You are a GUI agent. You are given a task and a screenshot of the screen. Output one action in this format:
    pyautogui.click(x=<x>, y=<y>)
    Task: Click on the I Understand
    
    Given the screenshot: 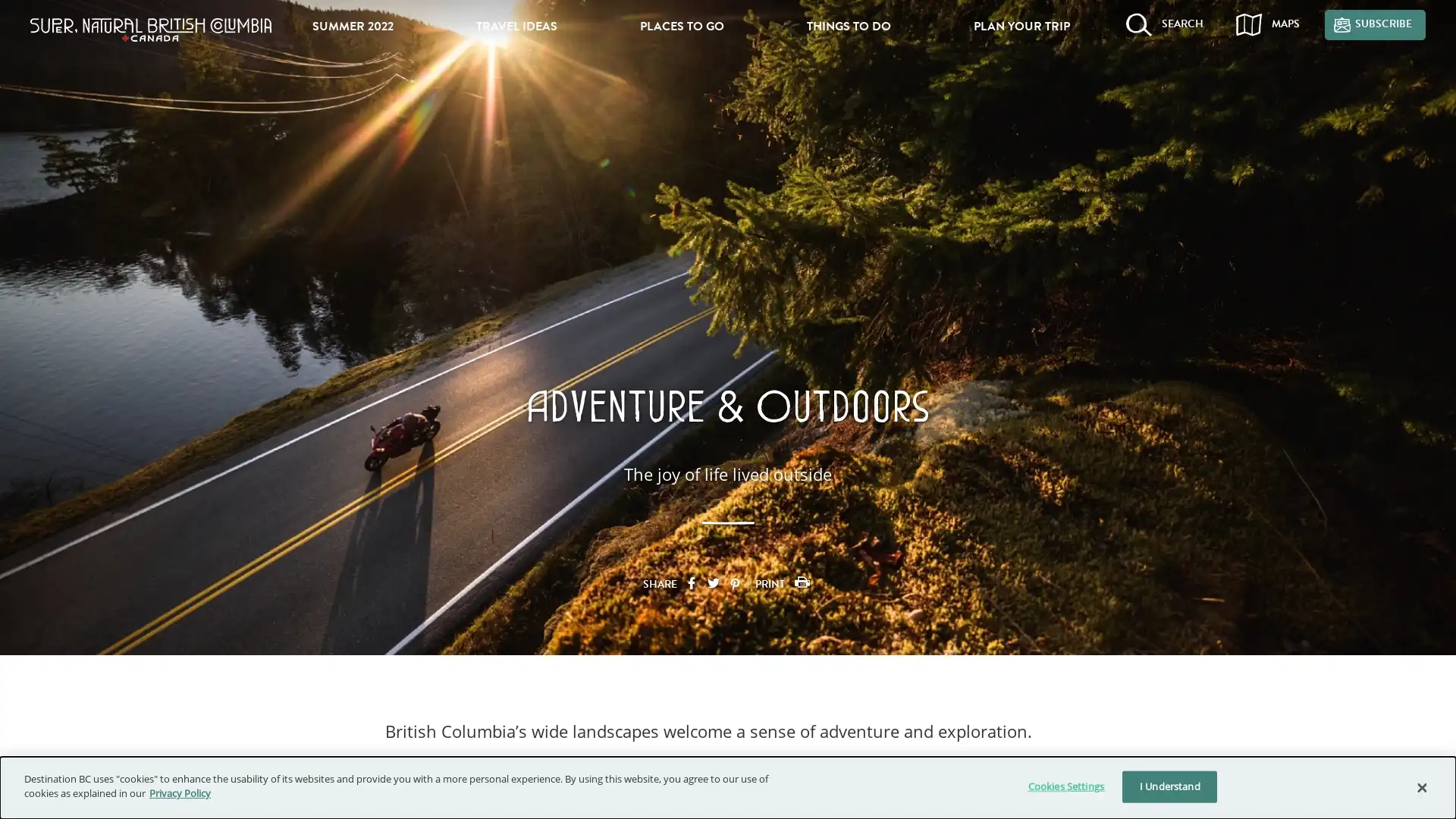 What is the action you would take?
    pyautogui.click(x=1169, y=786)
    